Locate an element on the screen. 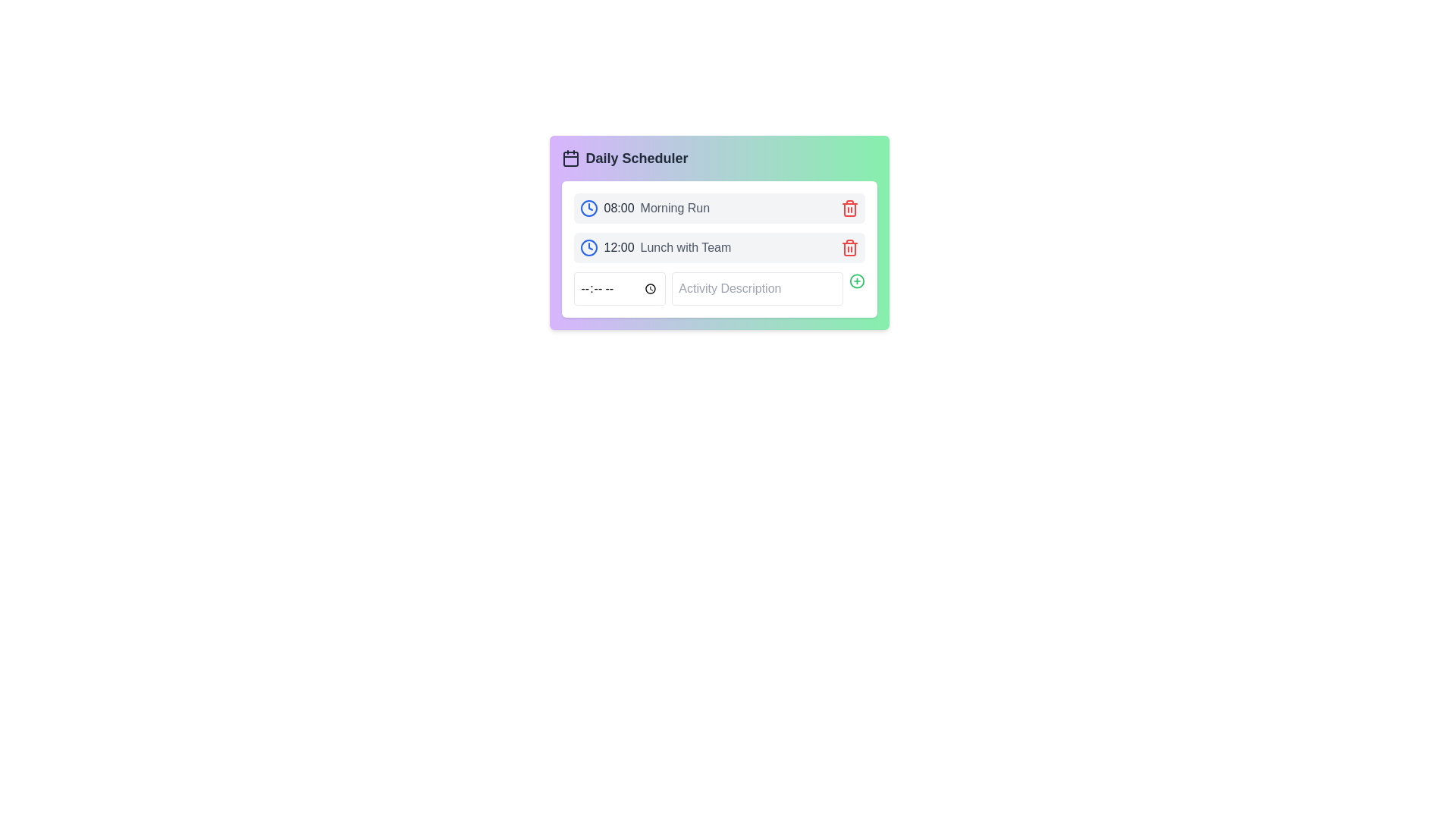  the time icon representing the event '12:00 Lunch with Team', which is the leftmost element in the row indicating the scheduled activity is located at coordinates (588, 247).